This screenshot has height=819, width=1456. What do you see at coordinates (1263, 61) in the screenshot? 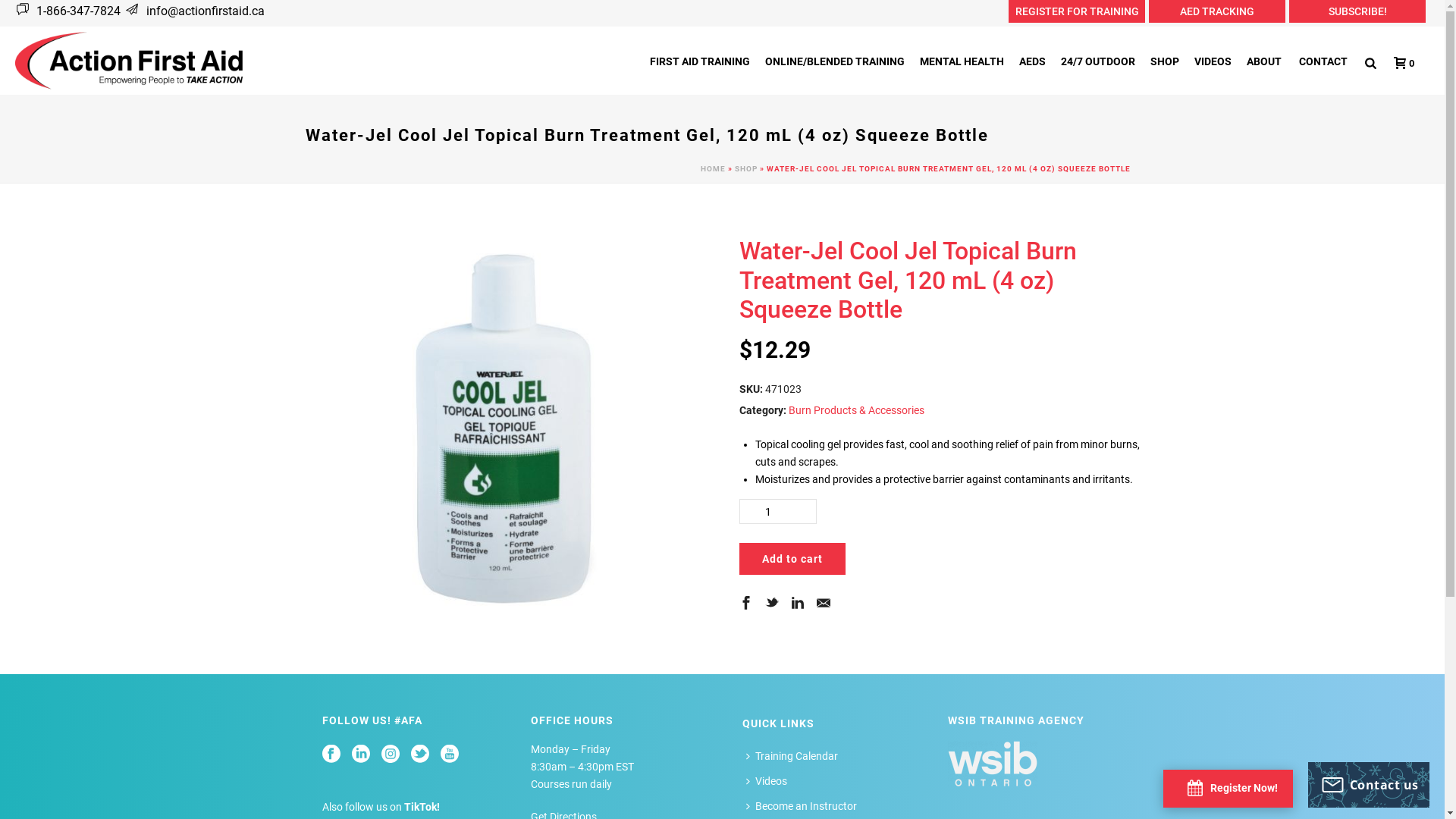
I see `'ABOUT'` at bounding box center [1263, 61].